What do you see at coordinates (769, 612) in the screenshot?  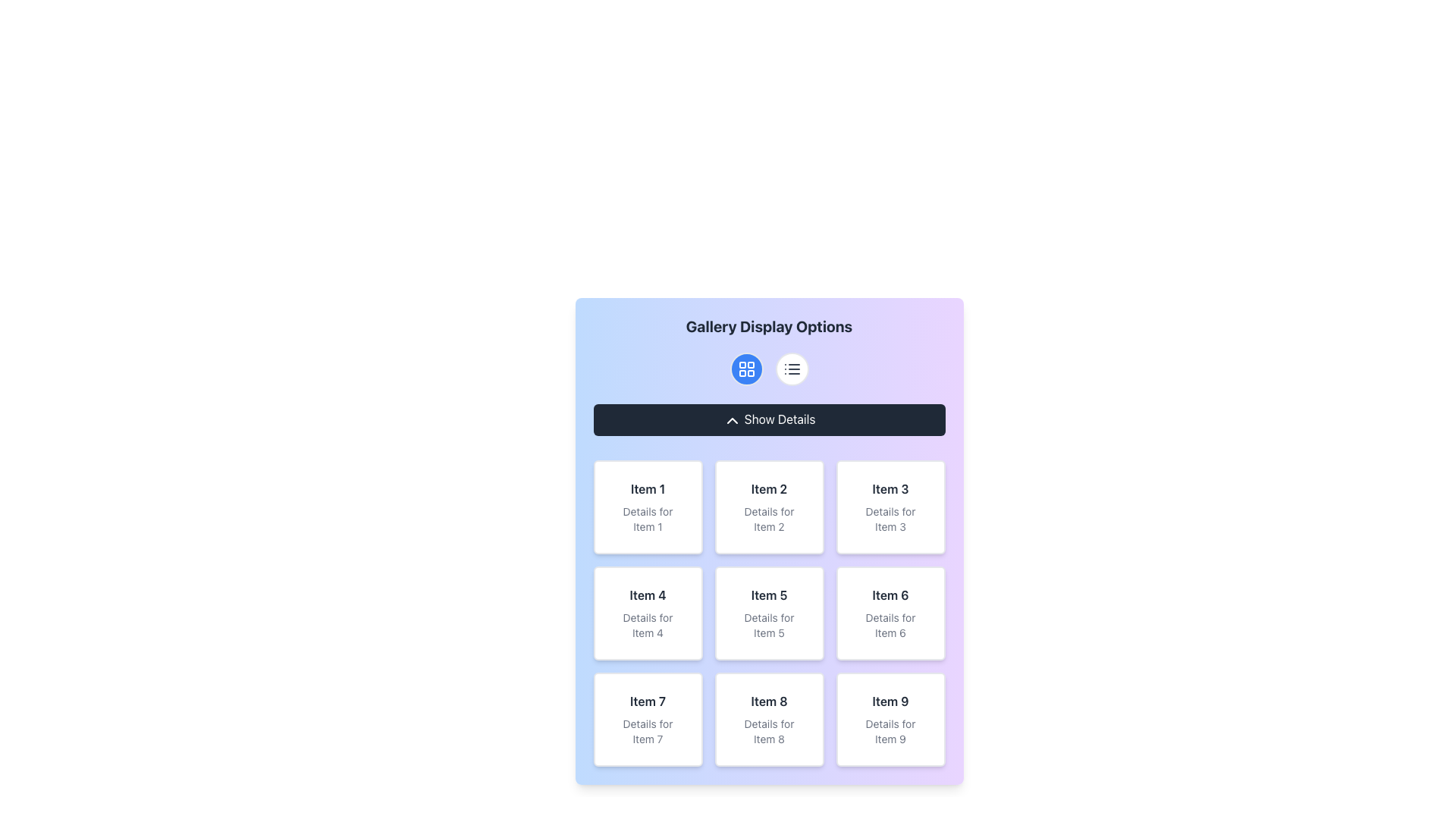 I see `the informational card displaying details about 'Item 5', which is located in the center of a 3x3 grid layout` at bounding box center [769, 612].